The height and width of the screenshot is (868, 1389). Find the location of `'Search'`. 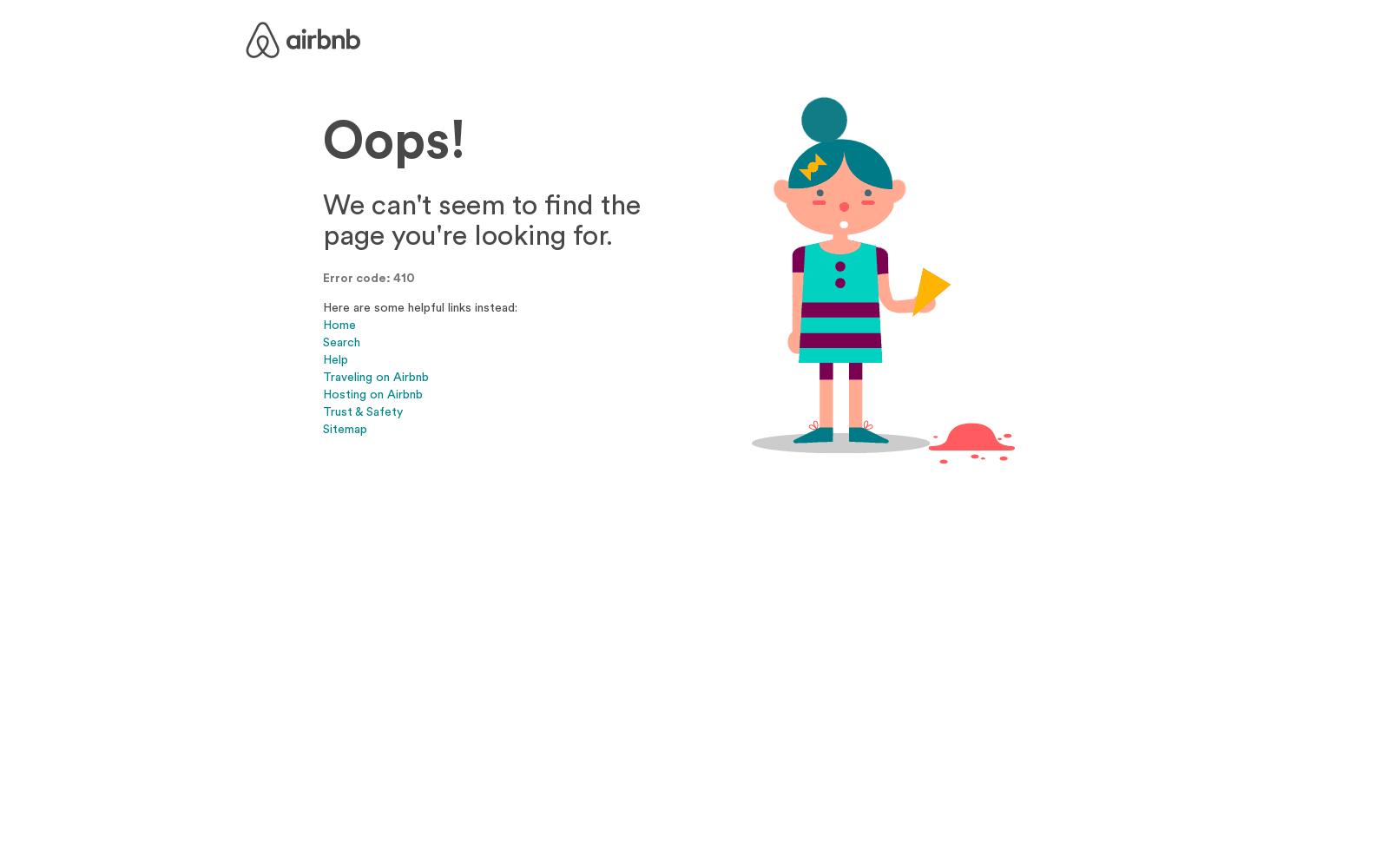

'Search' is located at coordinates (341, 341).